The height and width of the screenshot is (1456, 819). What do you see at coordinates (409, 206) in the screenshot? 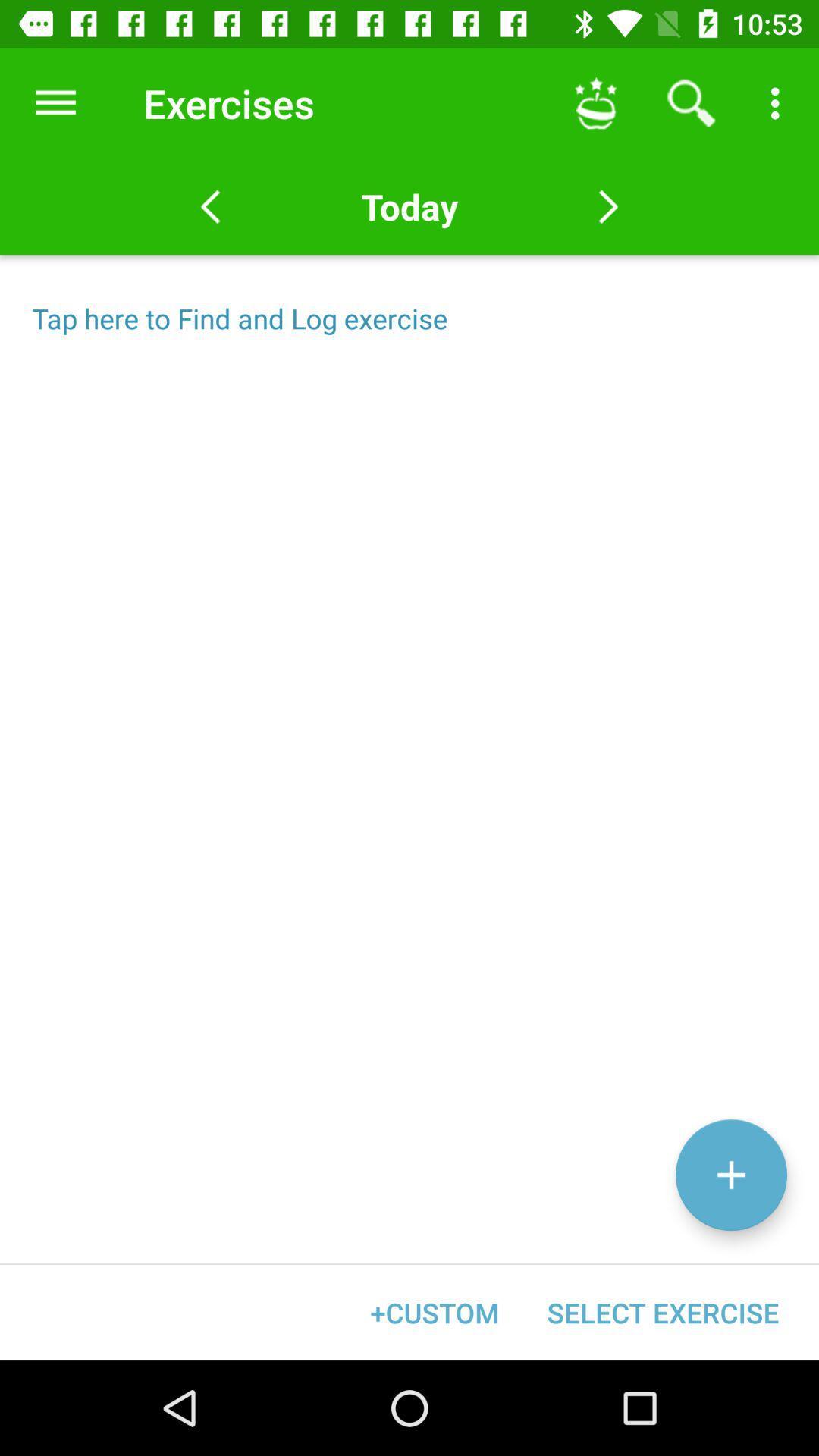
I see `today` at bounding box center [409, 206].